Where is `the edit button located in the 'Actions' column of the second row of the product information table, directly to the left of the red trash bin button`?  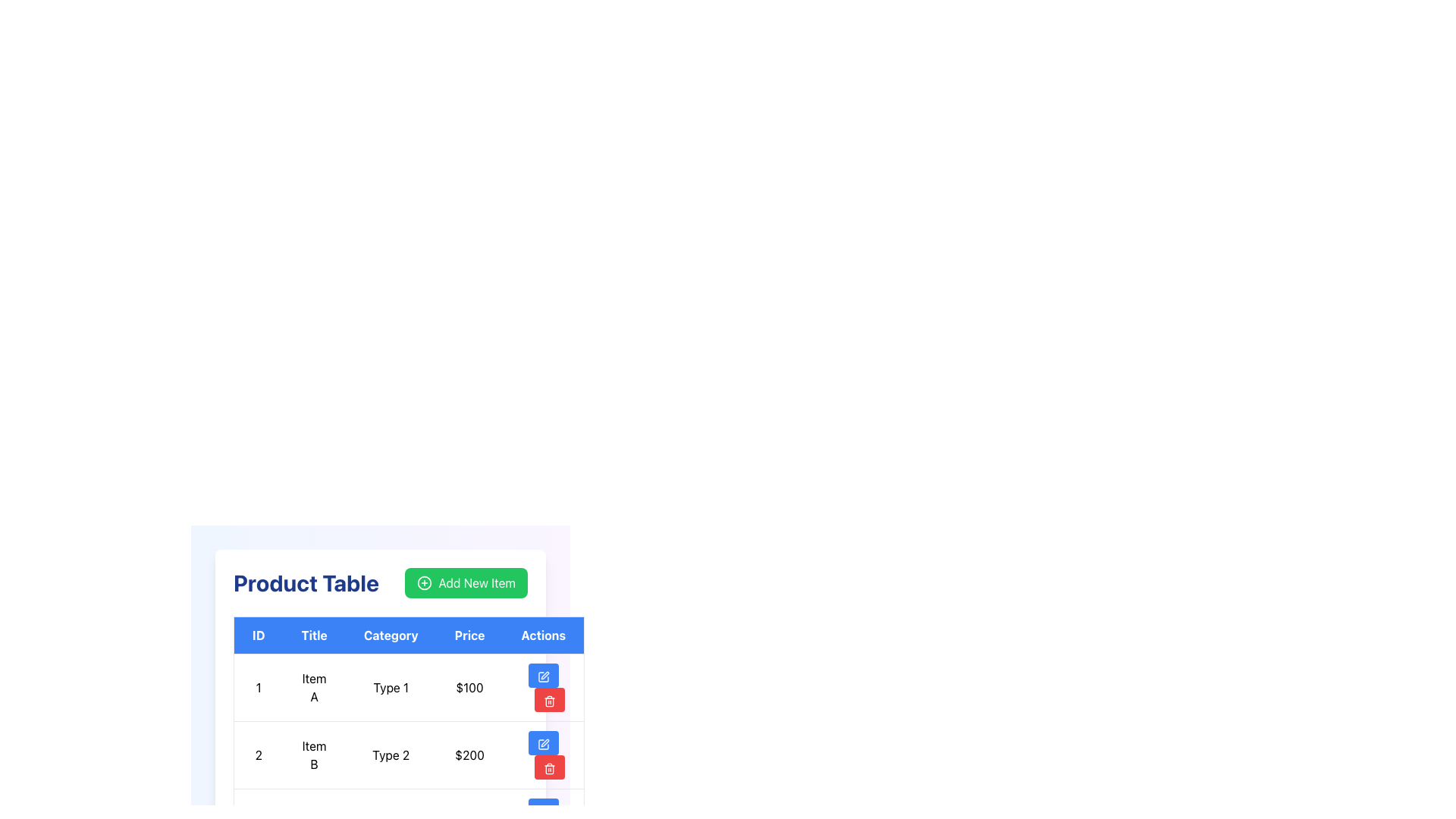
the edit button located in the 'Actions' column of the second row of the product information table, directly to the left of the red trash bin button is located at coordinates (543, 742).